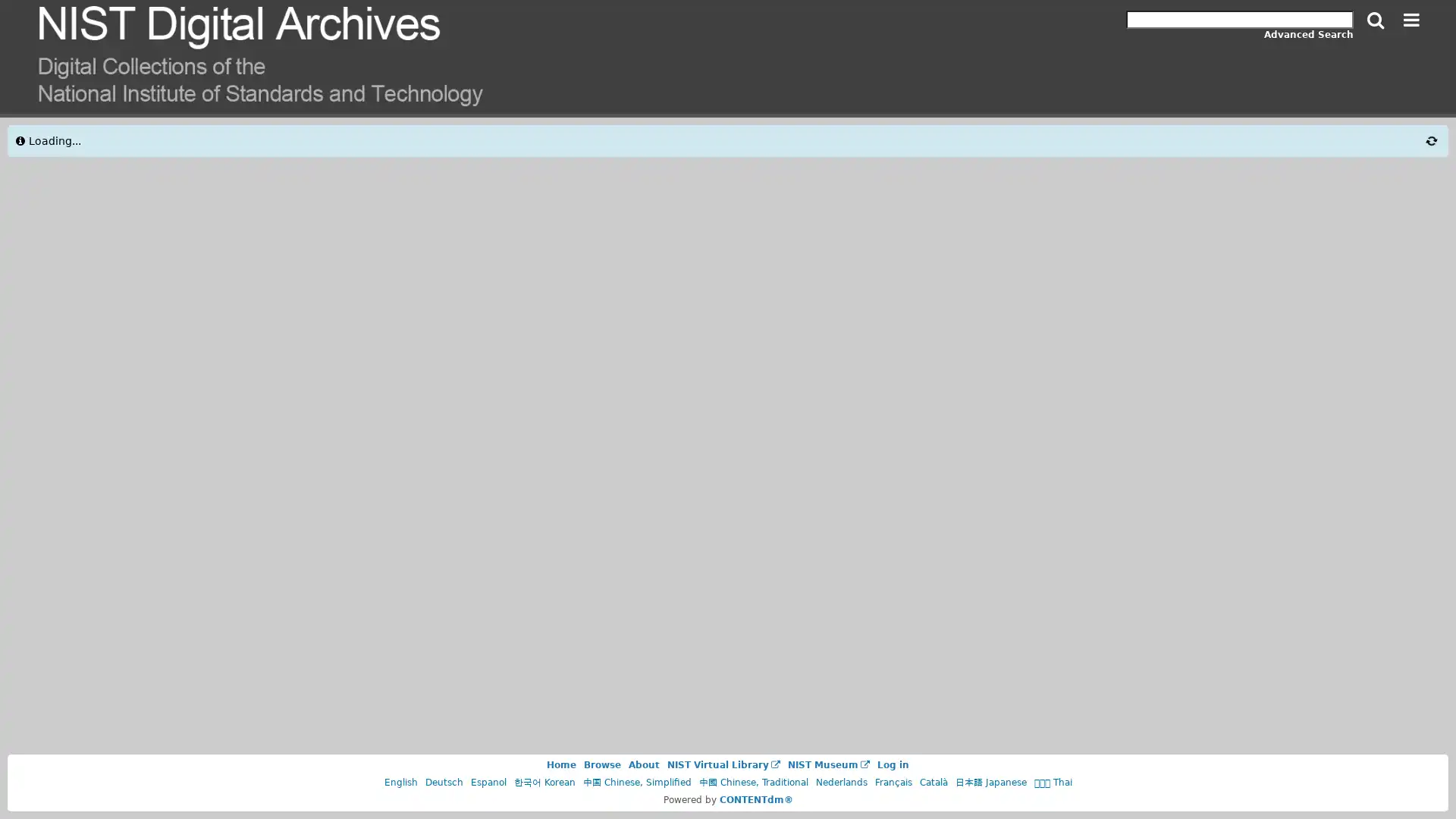 This screenshot has width=1456, height=819. I want to click on Search, so click(1376, 20).